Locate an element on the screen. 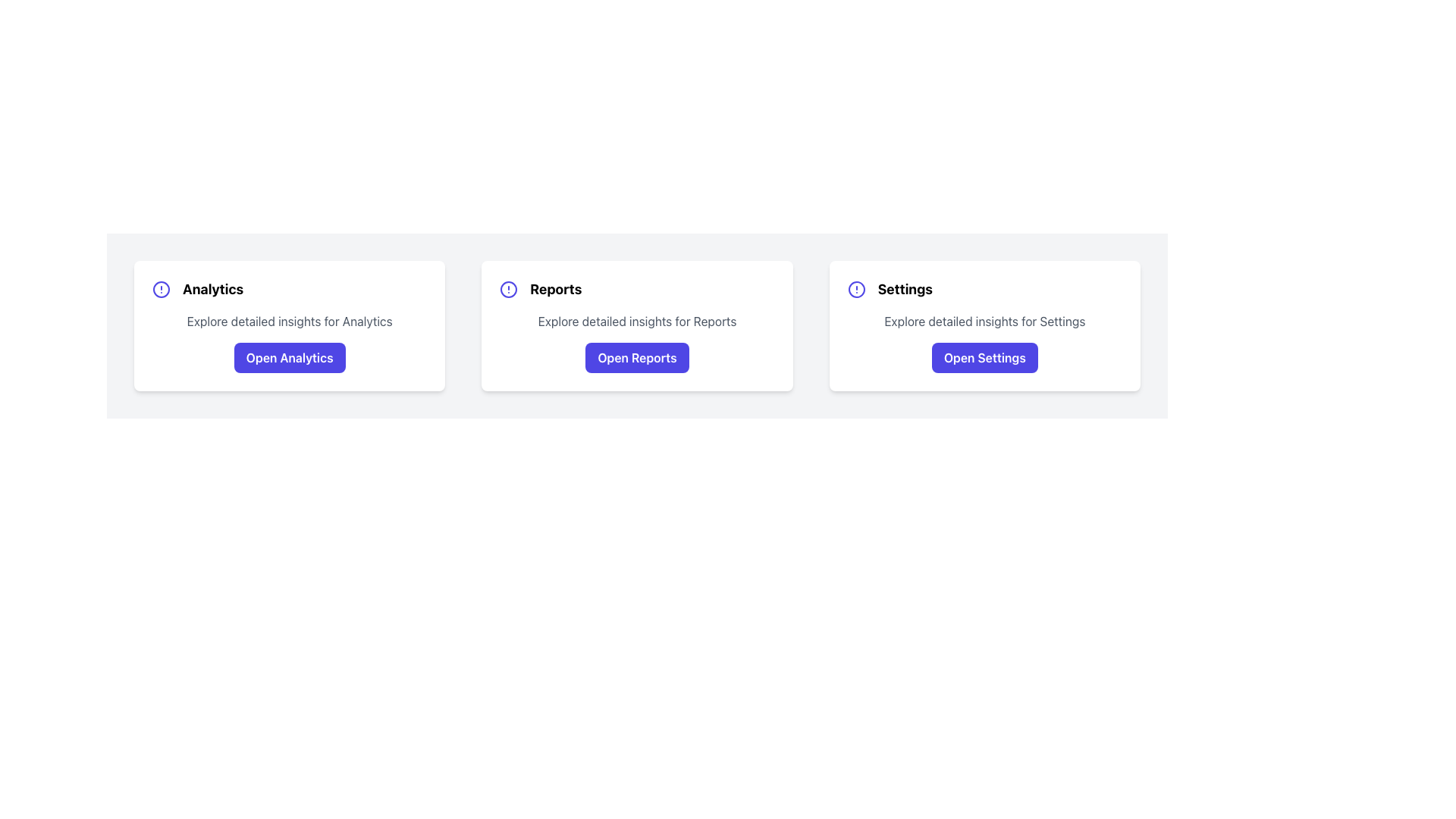 The height and width of the screenshot is (819, 1456). the button located centrally within the 'Settings' card at the bottom is located at coordinates (984, 357).